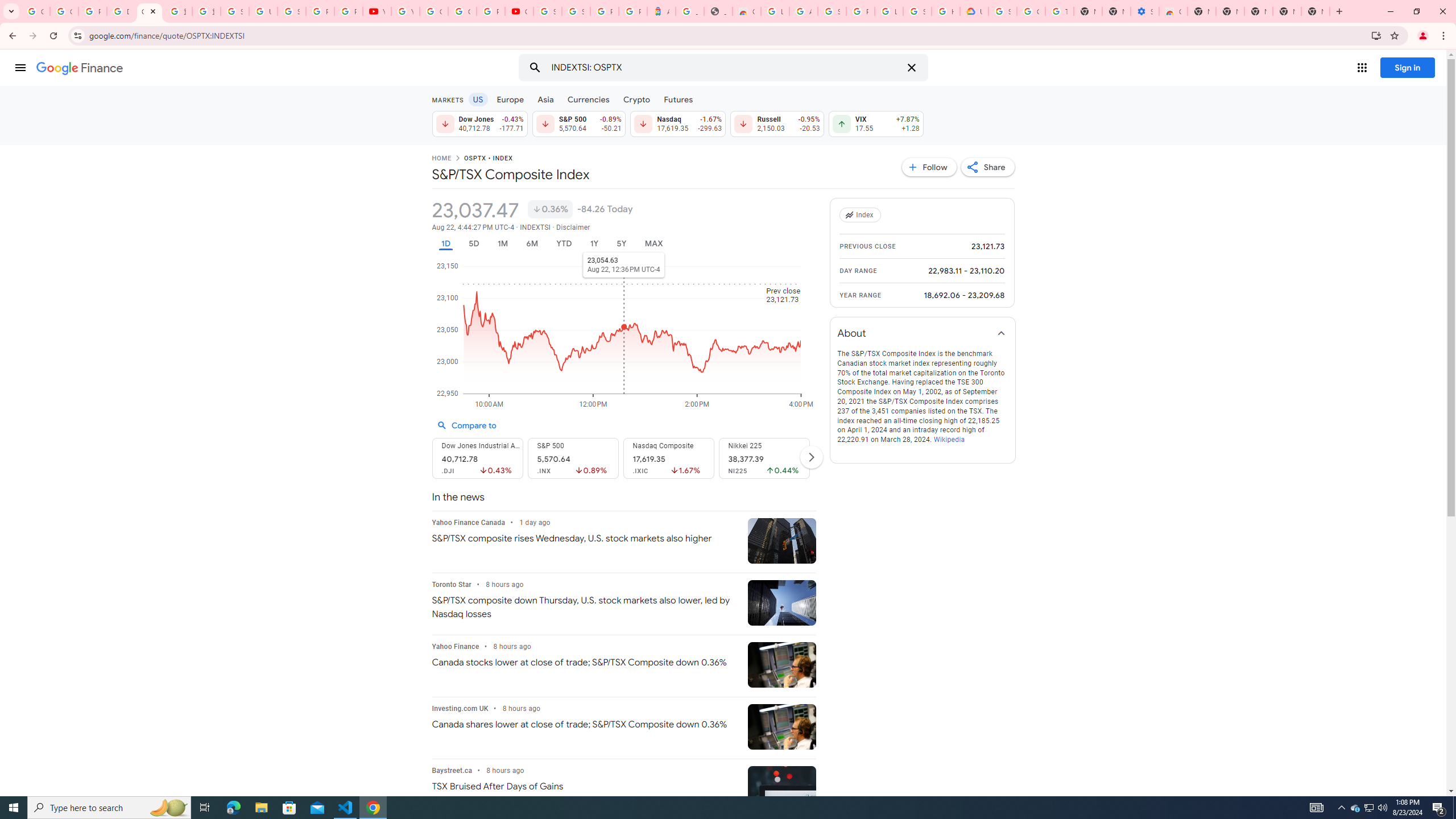 The width and height of the screenshot is (1456, 819). I want to click on 'HOME', so click(440, 159).